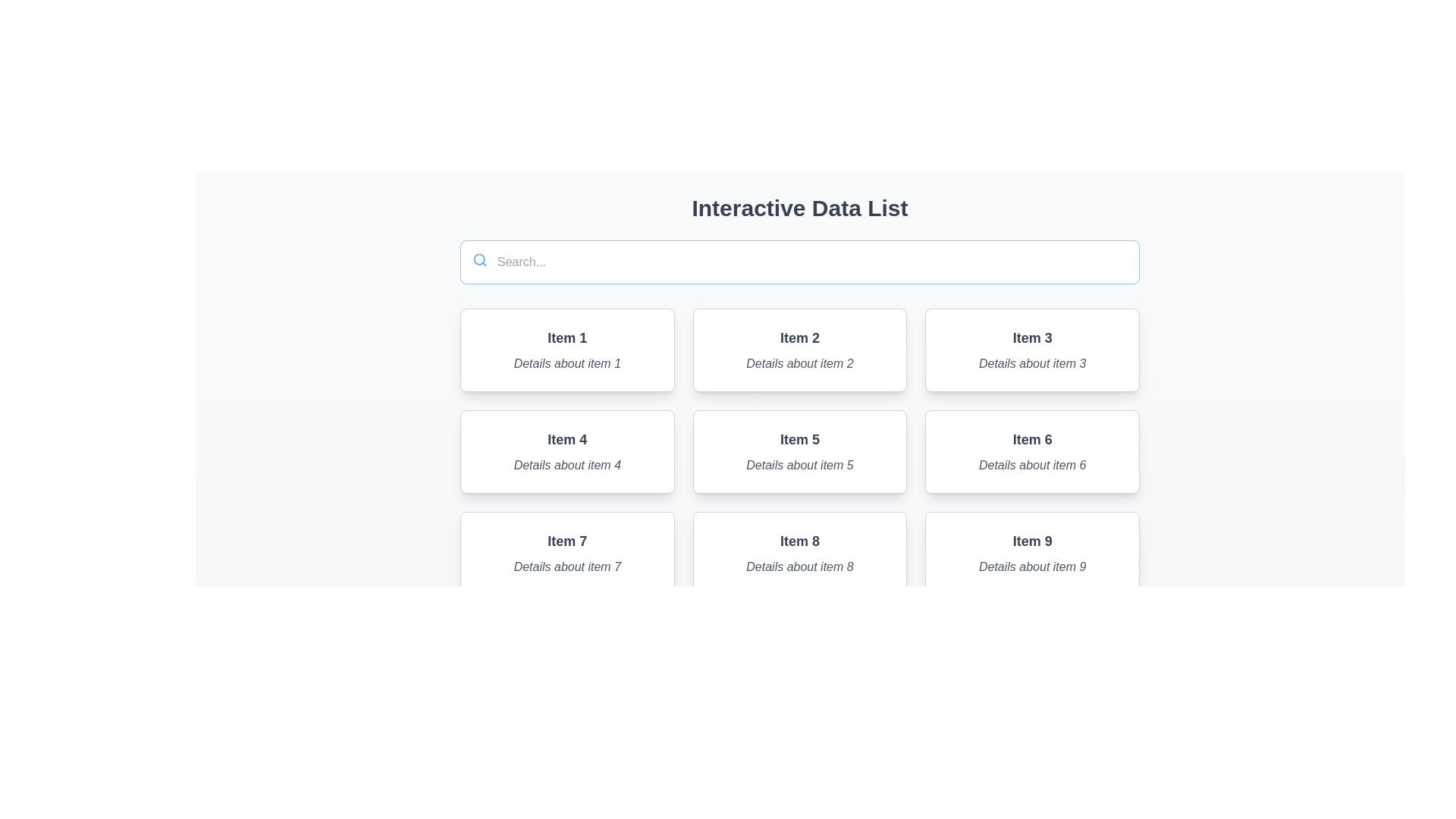  What do you see at coordinates (566, 439) in the screenshot?
I see `the text label 'Item 4', which serves as the title for the card in the second row, first card of a 3x3 grid layout` at bounding box center [566, 439].